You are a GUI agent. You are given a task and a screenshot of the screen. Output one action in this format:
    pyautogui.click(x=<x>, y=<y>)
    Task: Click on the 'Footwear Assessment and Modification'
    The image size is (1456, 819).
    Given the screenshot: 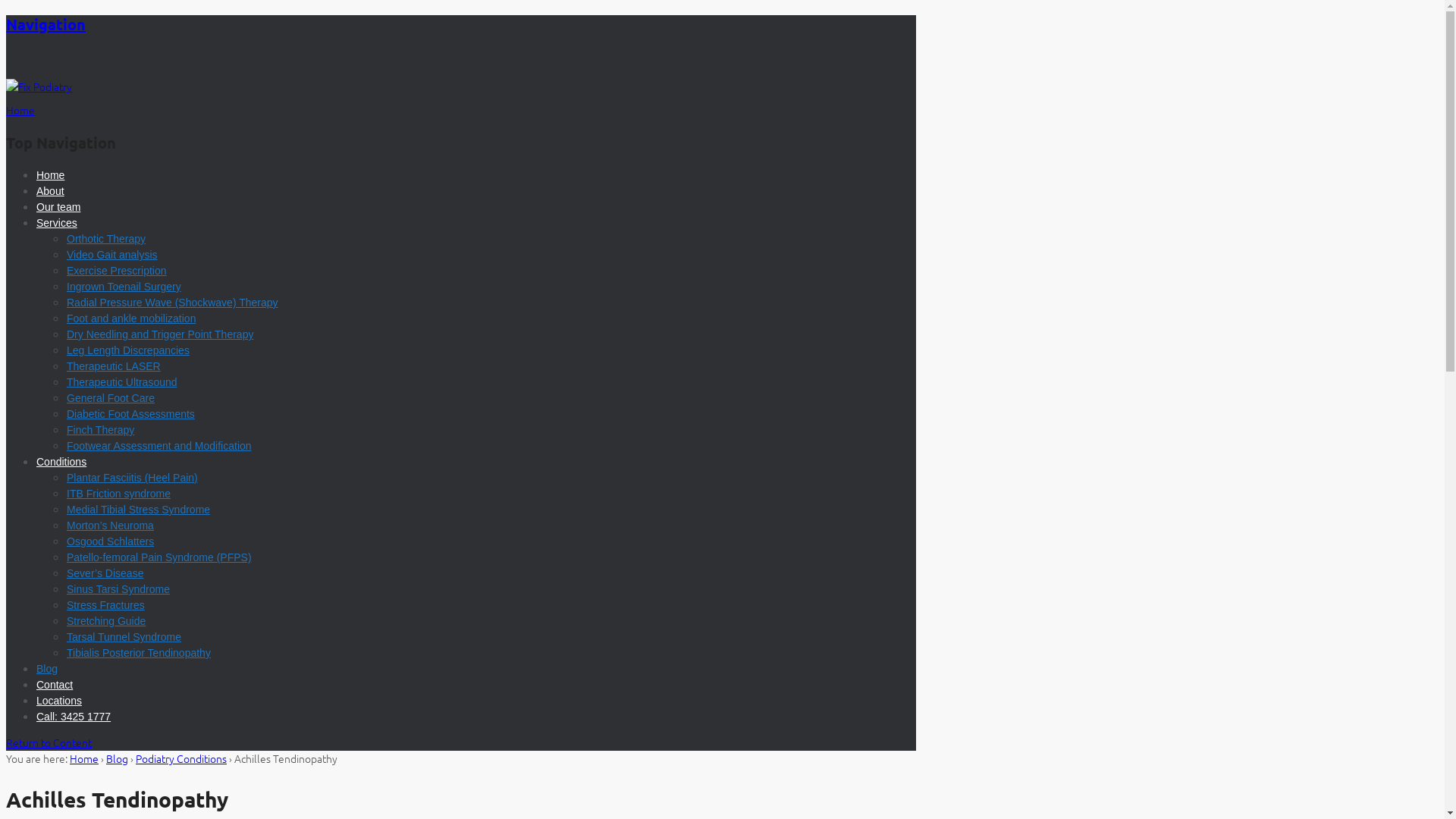 What is the action you would take?
    pyautogui.click(x=159, y=444)
    